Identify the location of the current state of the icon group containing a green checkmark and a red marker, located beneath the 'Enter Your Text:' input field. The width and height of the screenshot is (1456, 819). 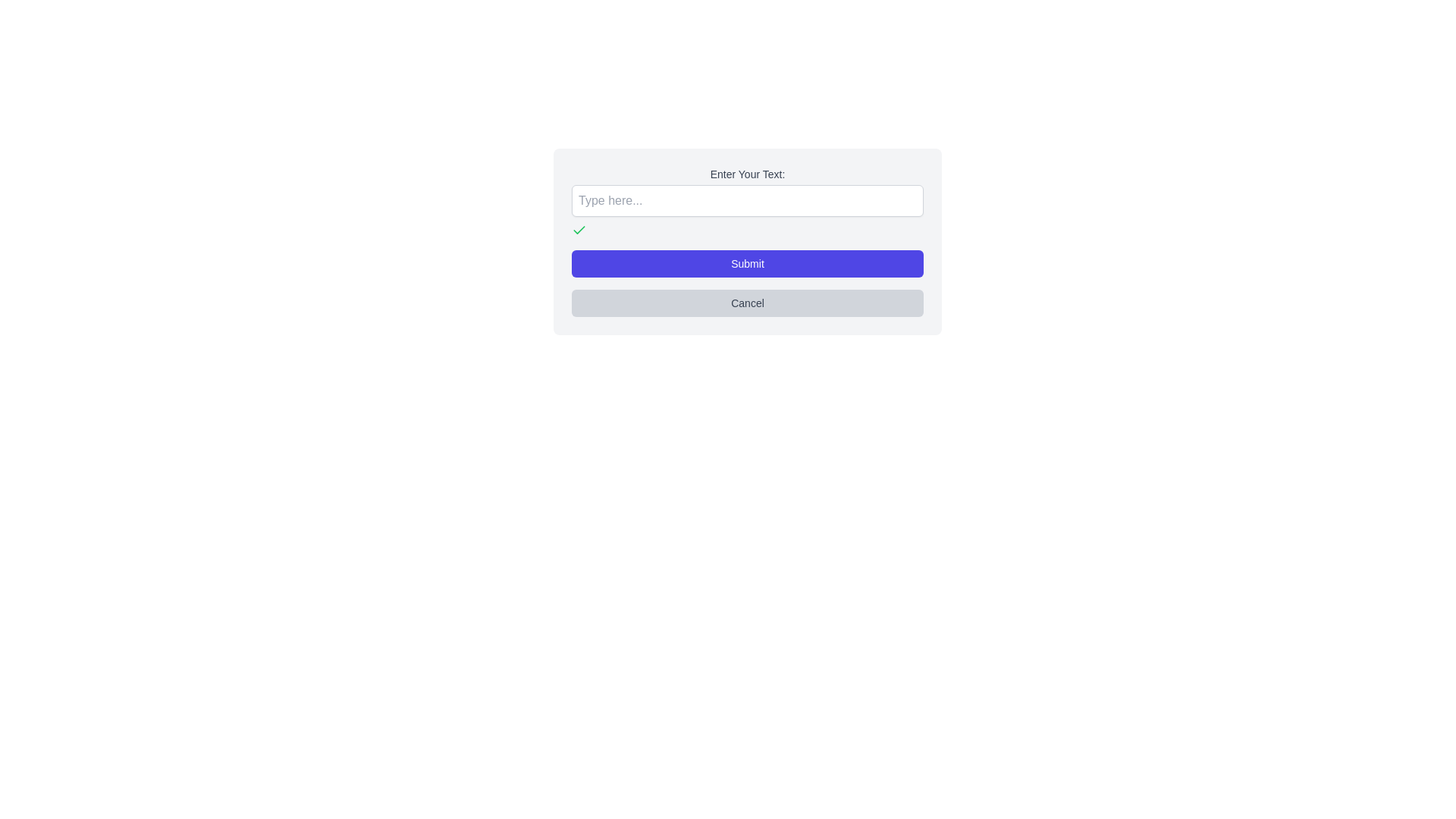
(747, 231).